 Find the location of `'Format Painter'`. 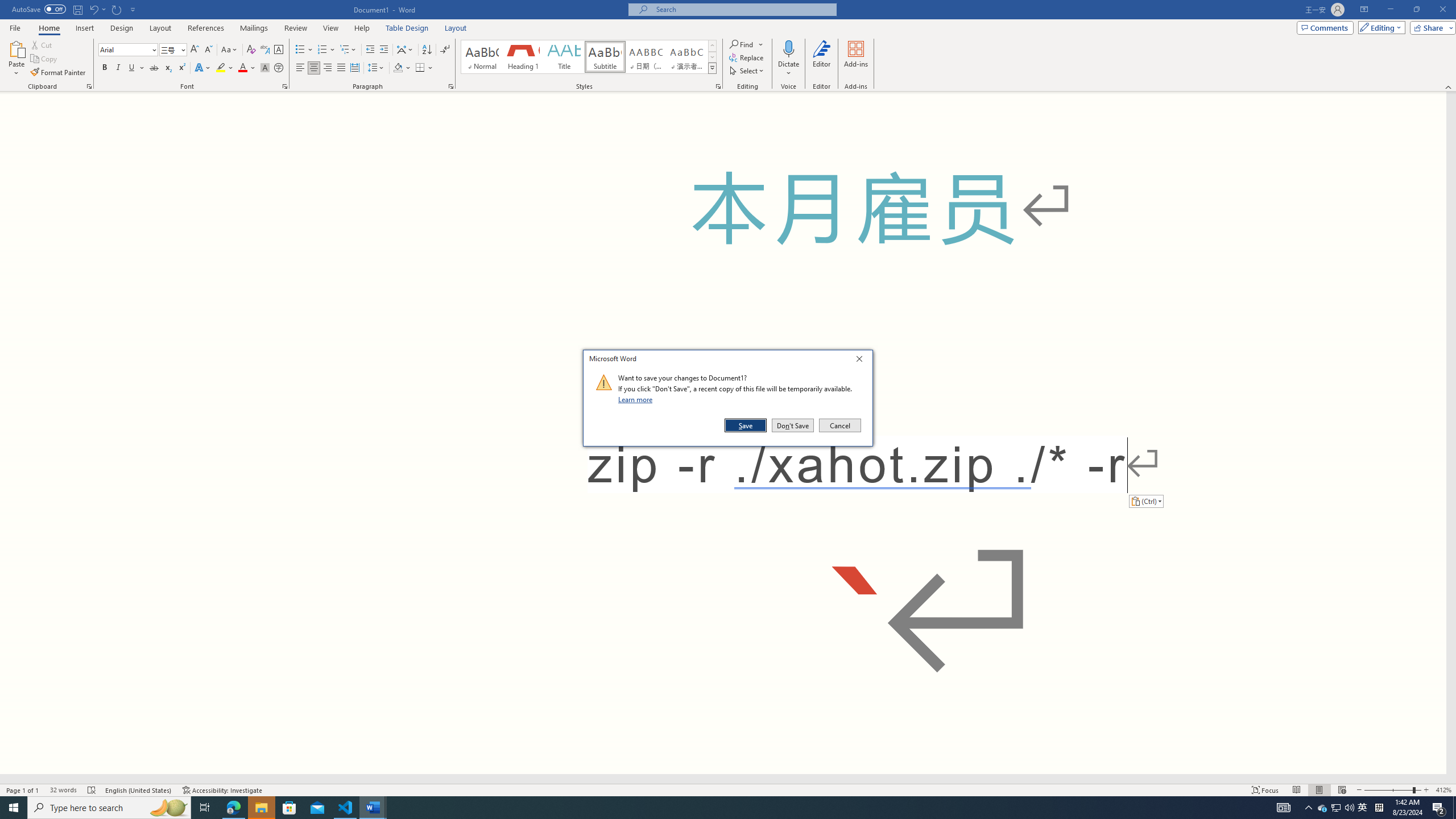

'Format Painter' is located at coordinates (58, 72).